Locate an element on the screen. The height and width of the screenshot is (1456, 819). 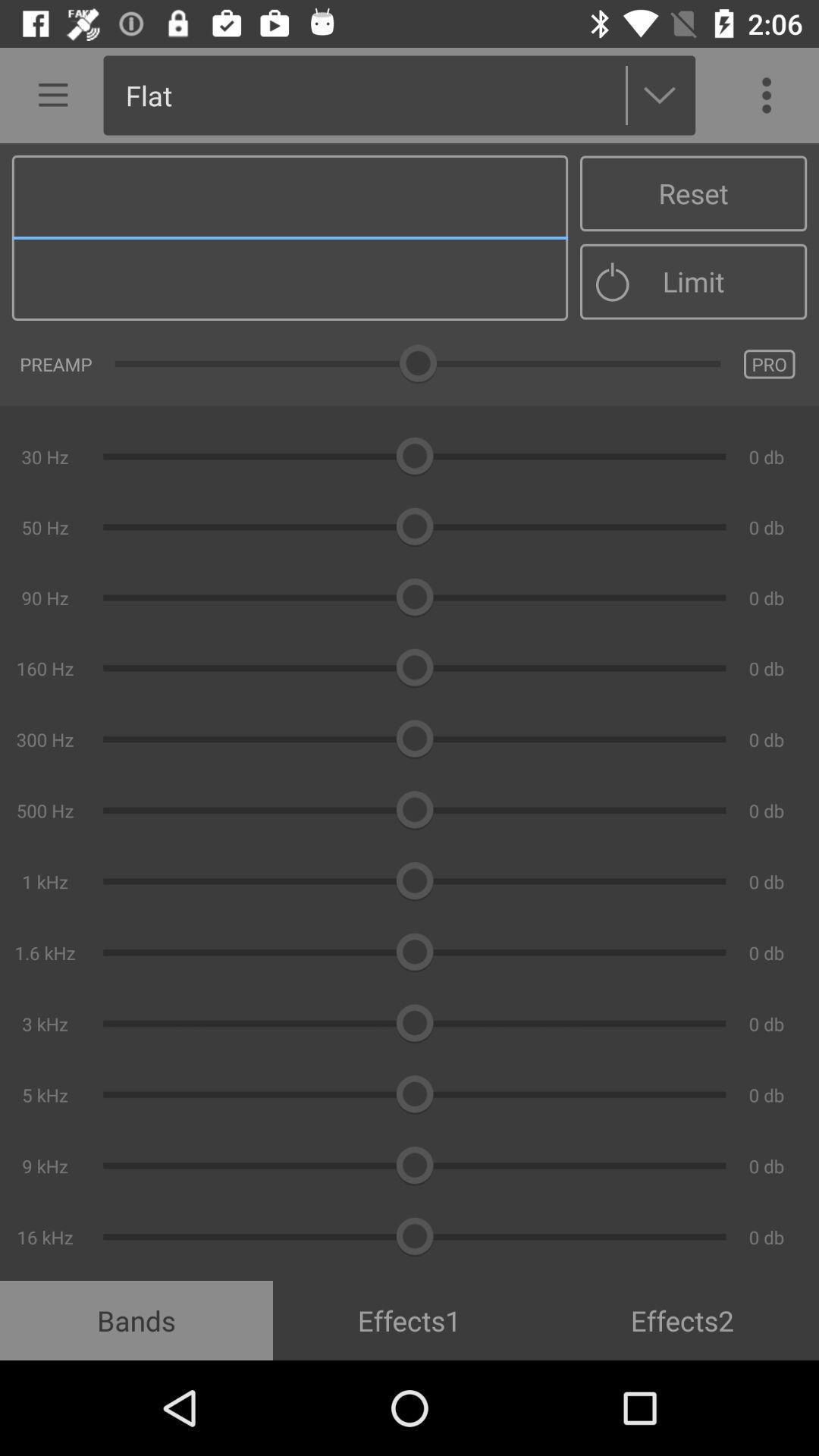
volume equalizer is located at coordinates (409, 711).